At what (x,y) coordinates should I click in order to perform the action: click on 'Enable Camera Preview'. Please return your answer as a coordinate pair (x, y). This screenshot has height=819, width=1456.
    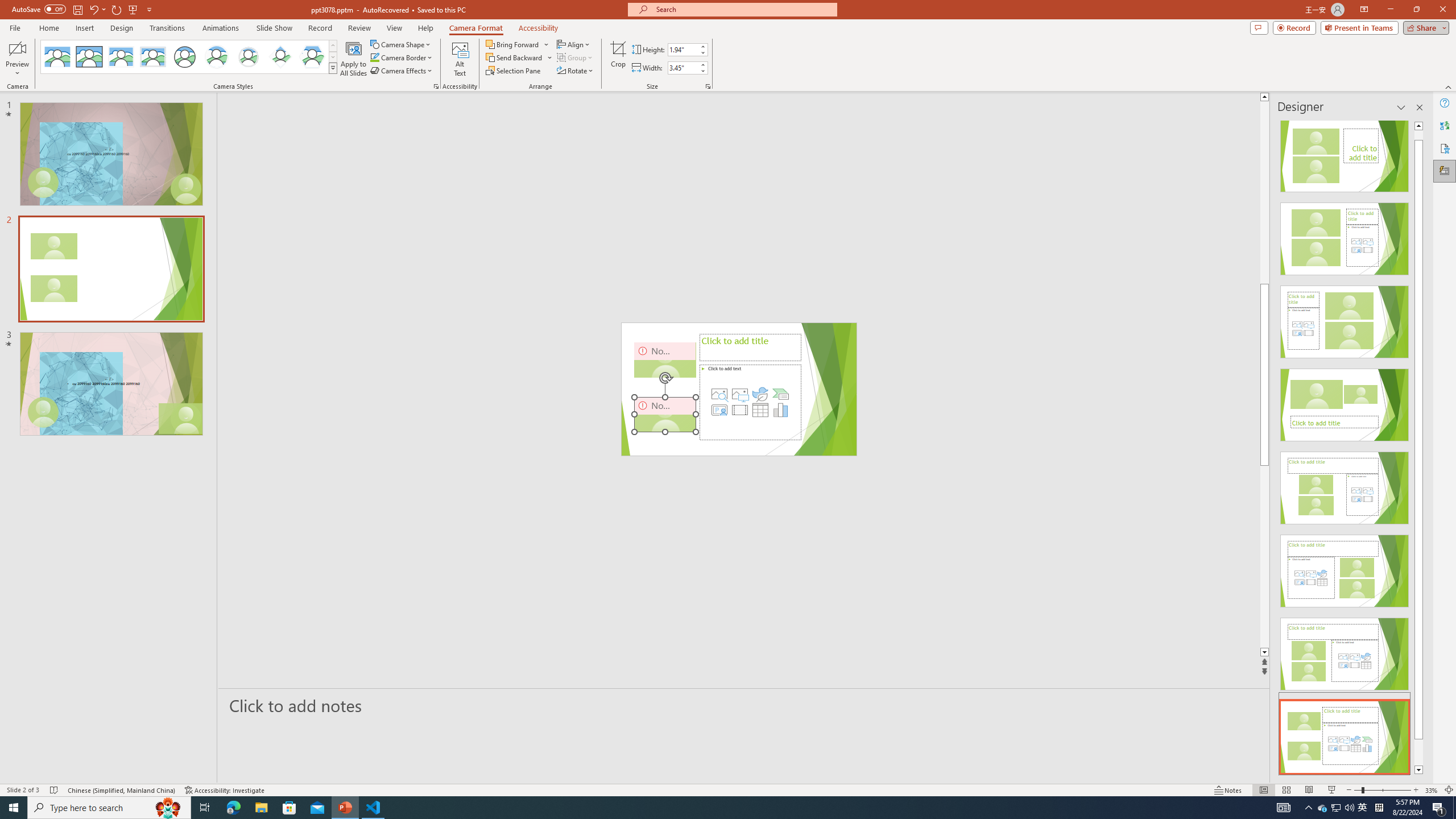
    Looking at the image, I should click on (16, 48).